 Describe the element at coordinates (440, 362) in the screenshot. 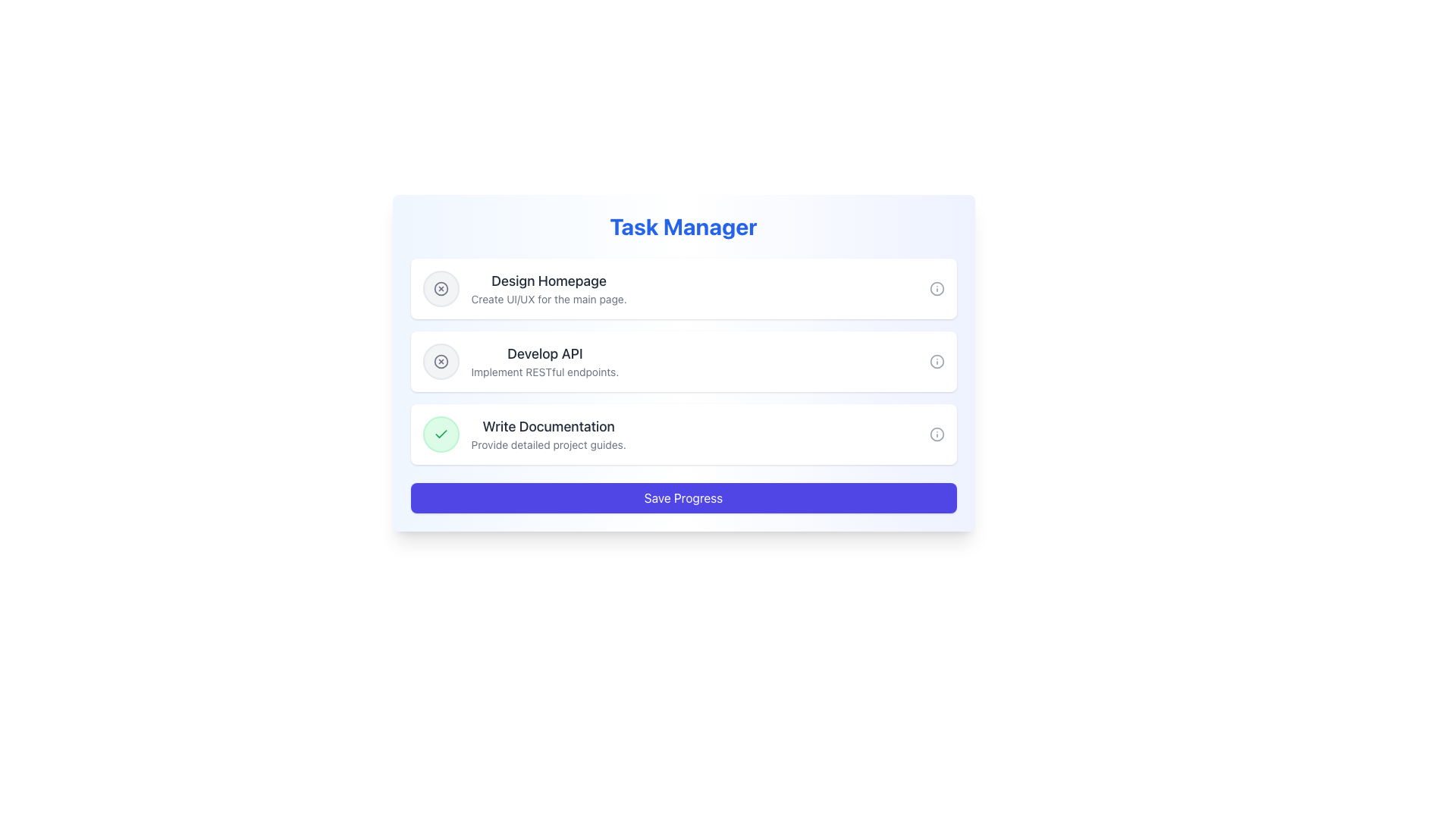

I see `the button located to the left of the 'Develop API' text to mark the associated task as discarded or closed` at that location.